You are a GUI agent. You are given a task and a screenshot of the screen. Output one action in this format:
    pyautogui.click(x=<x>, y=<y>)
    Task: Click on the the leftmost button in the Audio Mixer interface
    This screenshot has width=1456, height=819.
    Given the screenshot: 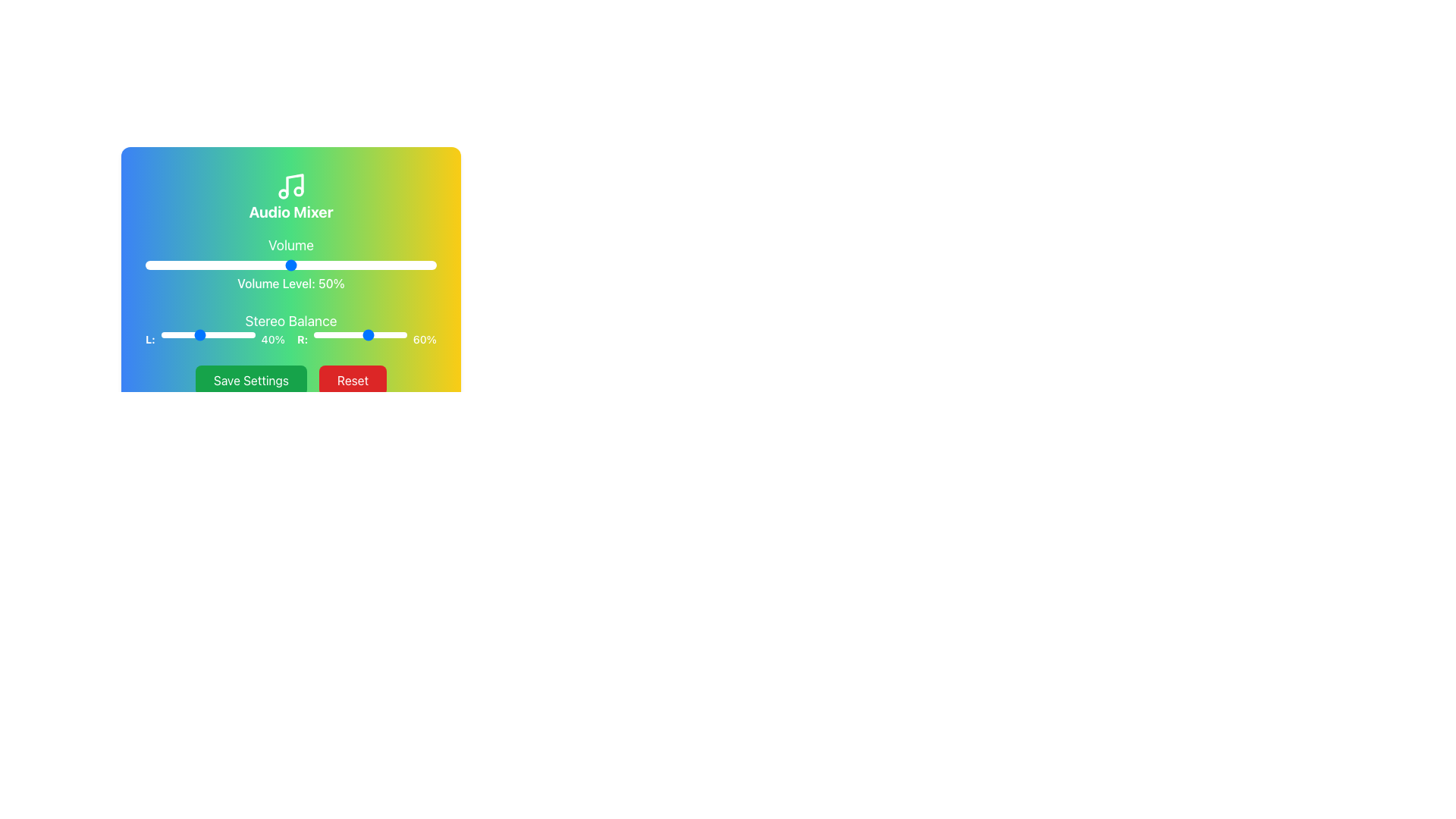 What is the action you would take?
    pyautogui.click(x=251, y=379)
    